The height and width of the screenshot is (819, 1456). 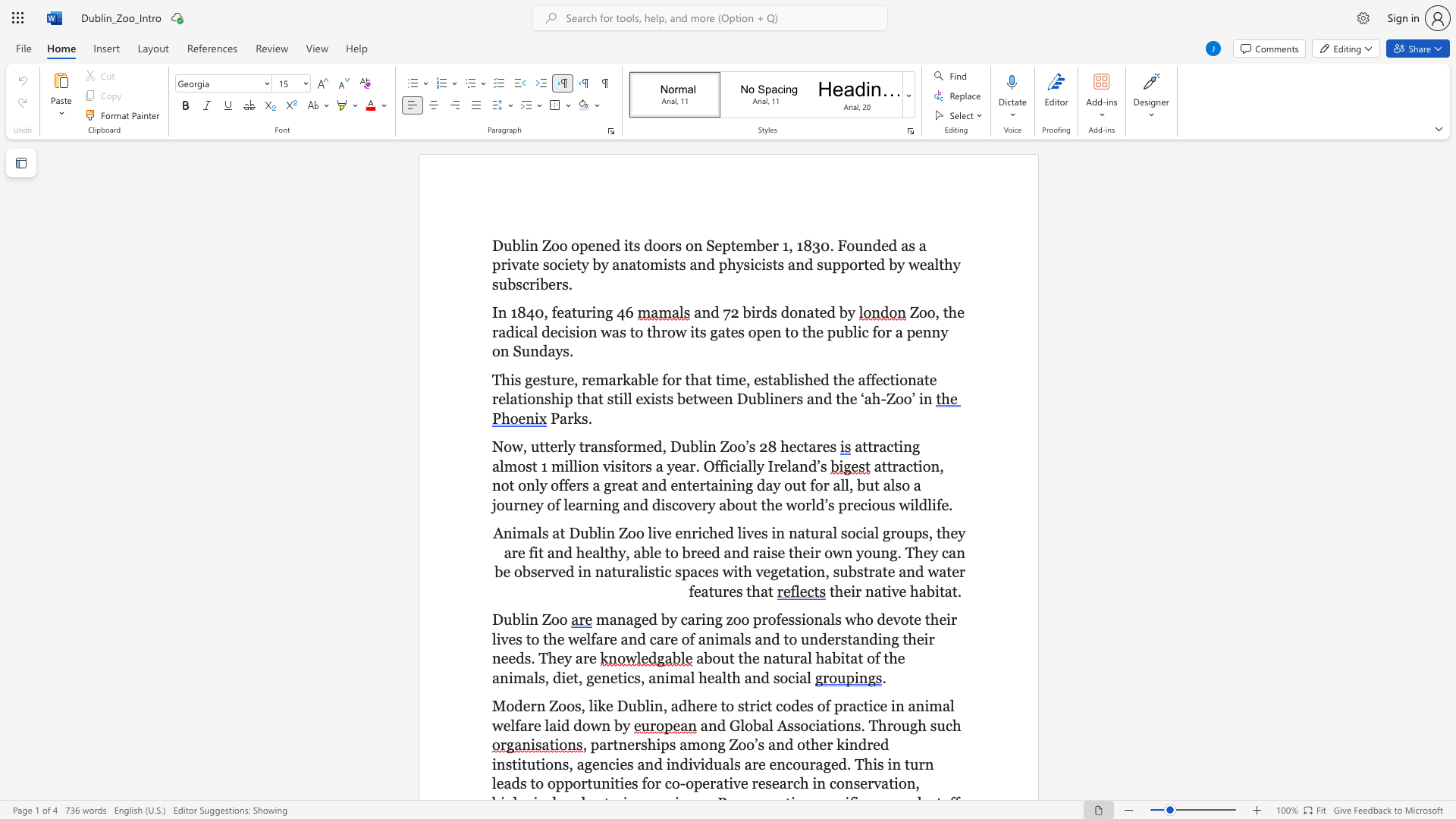 I want to click on the subset text "ng 46" within the text "In 1840, featuring 46", so click(x=595, y=312).